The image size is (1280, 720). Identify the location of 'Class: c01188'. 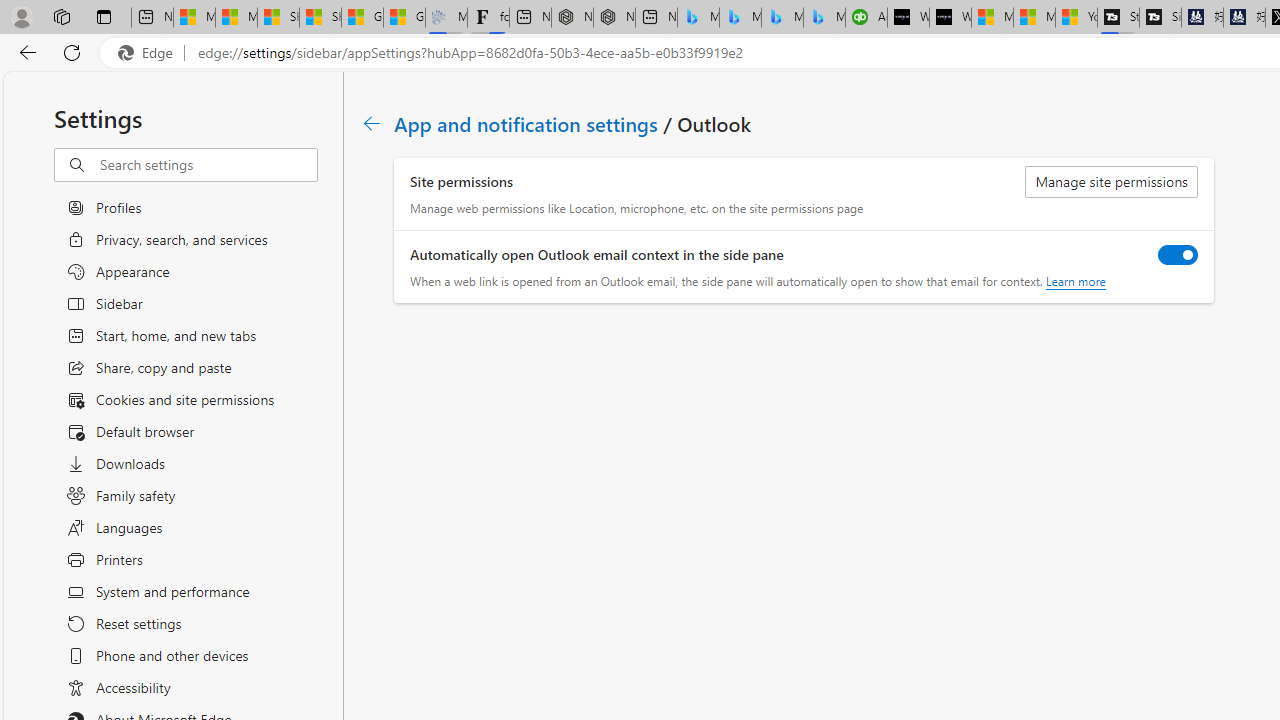
(371, 123).